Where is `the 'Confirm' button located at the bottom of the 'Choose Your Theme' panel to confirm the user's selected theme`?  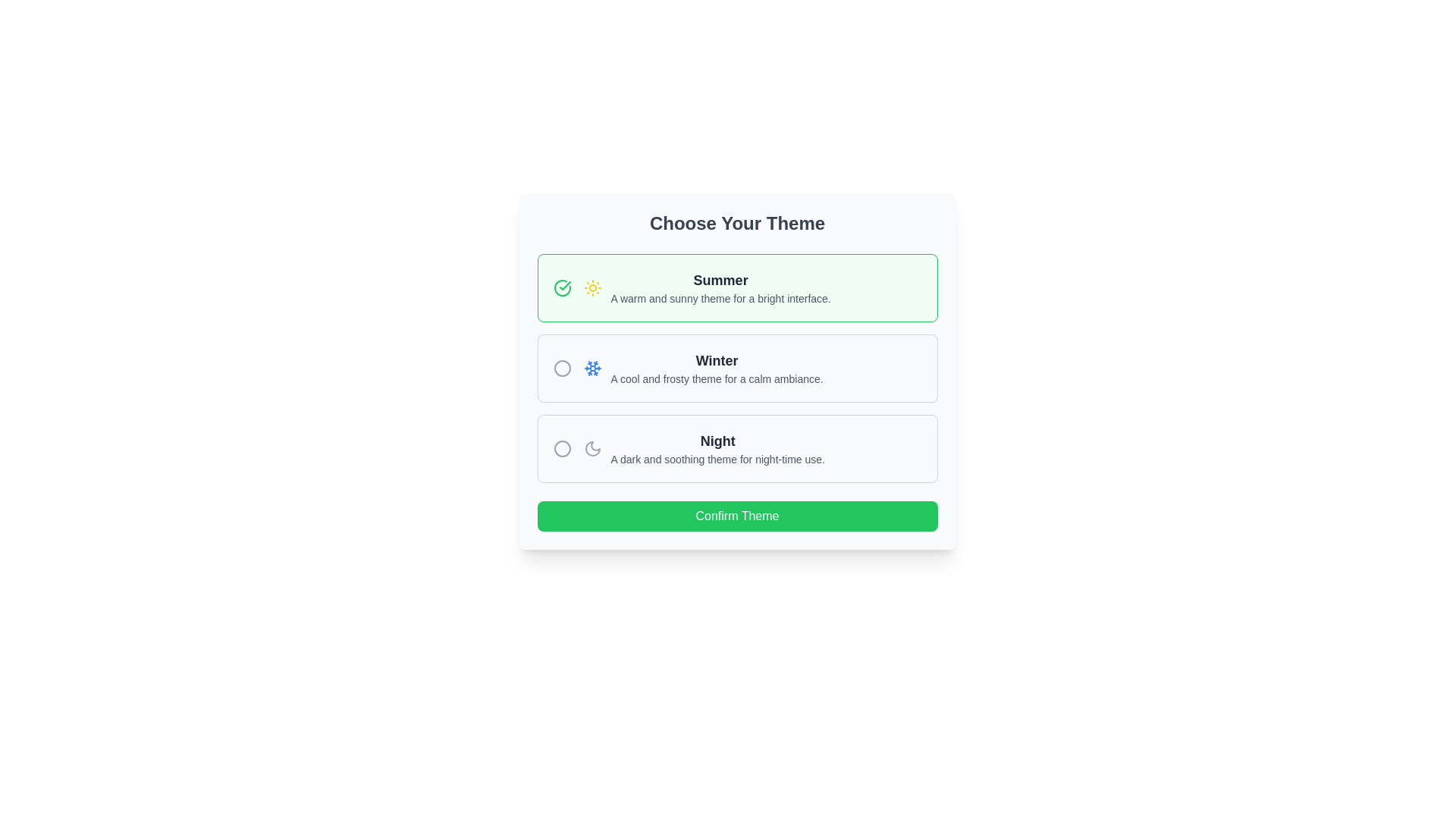 the 'Confirm' button located at the bottom of the 'Choose Your Theme' panel to confirm the user's selected theme is located at coordinates (737, 516).